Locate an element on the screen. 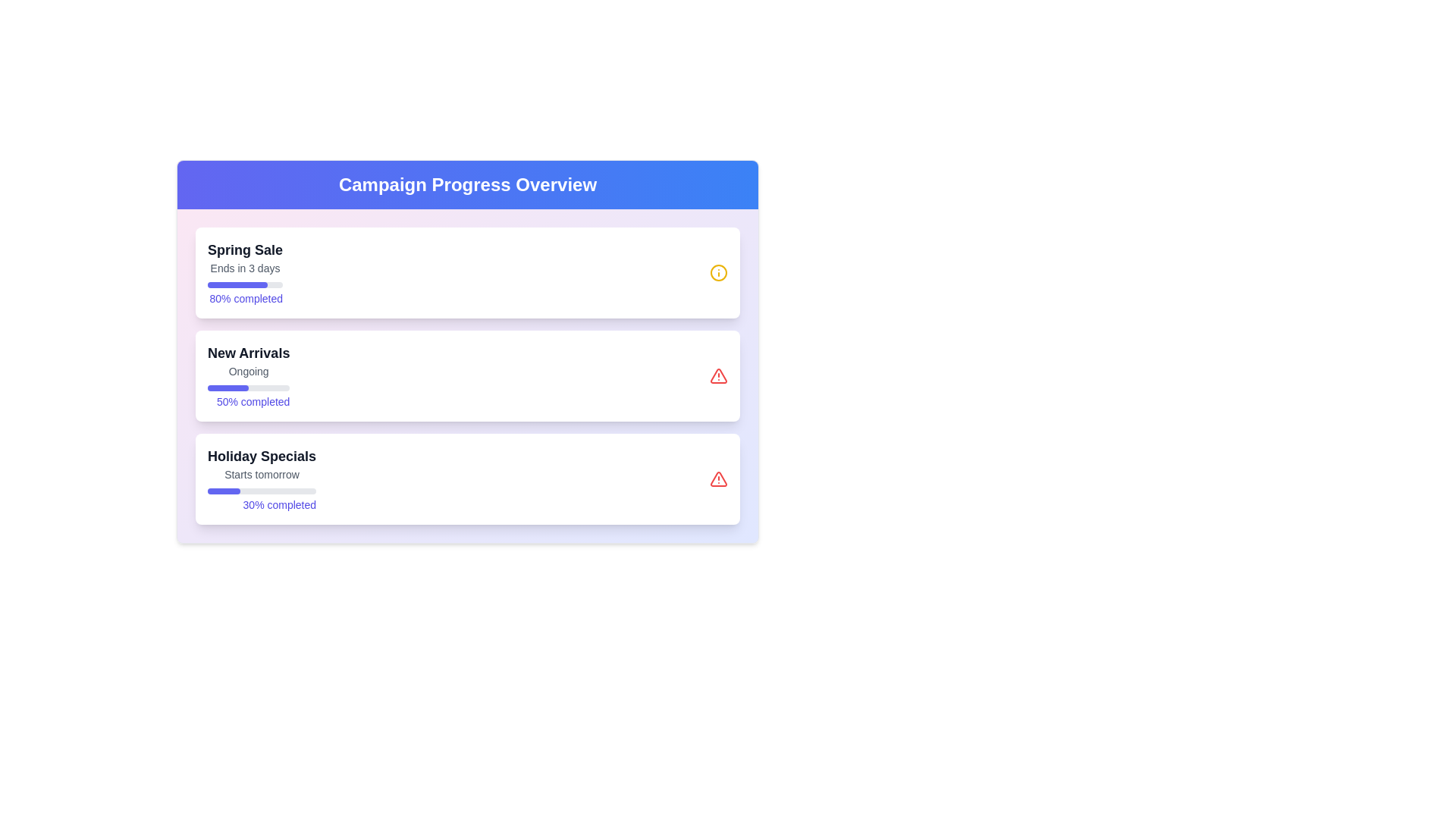  the decorative vector shape, which is a circular element with a yellow outline located at the top right corner of the first list item in the main content section is located at coordinates (718, 271).